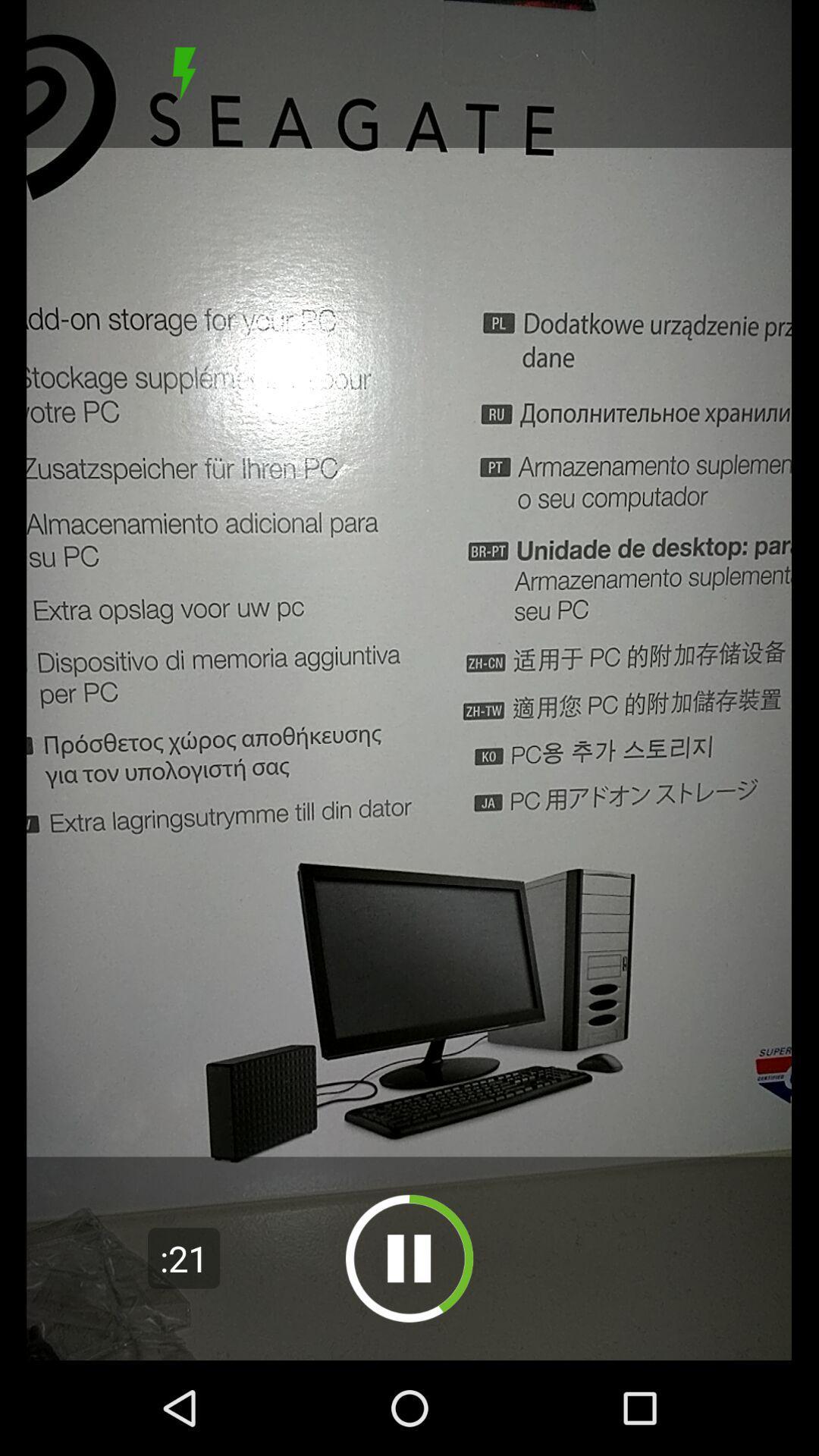  Describe the element at coordinates (409, 1258) in the screenshot. I see `switch autoplay option` at that location.